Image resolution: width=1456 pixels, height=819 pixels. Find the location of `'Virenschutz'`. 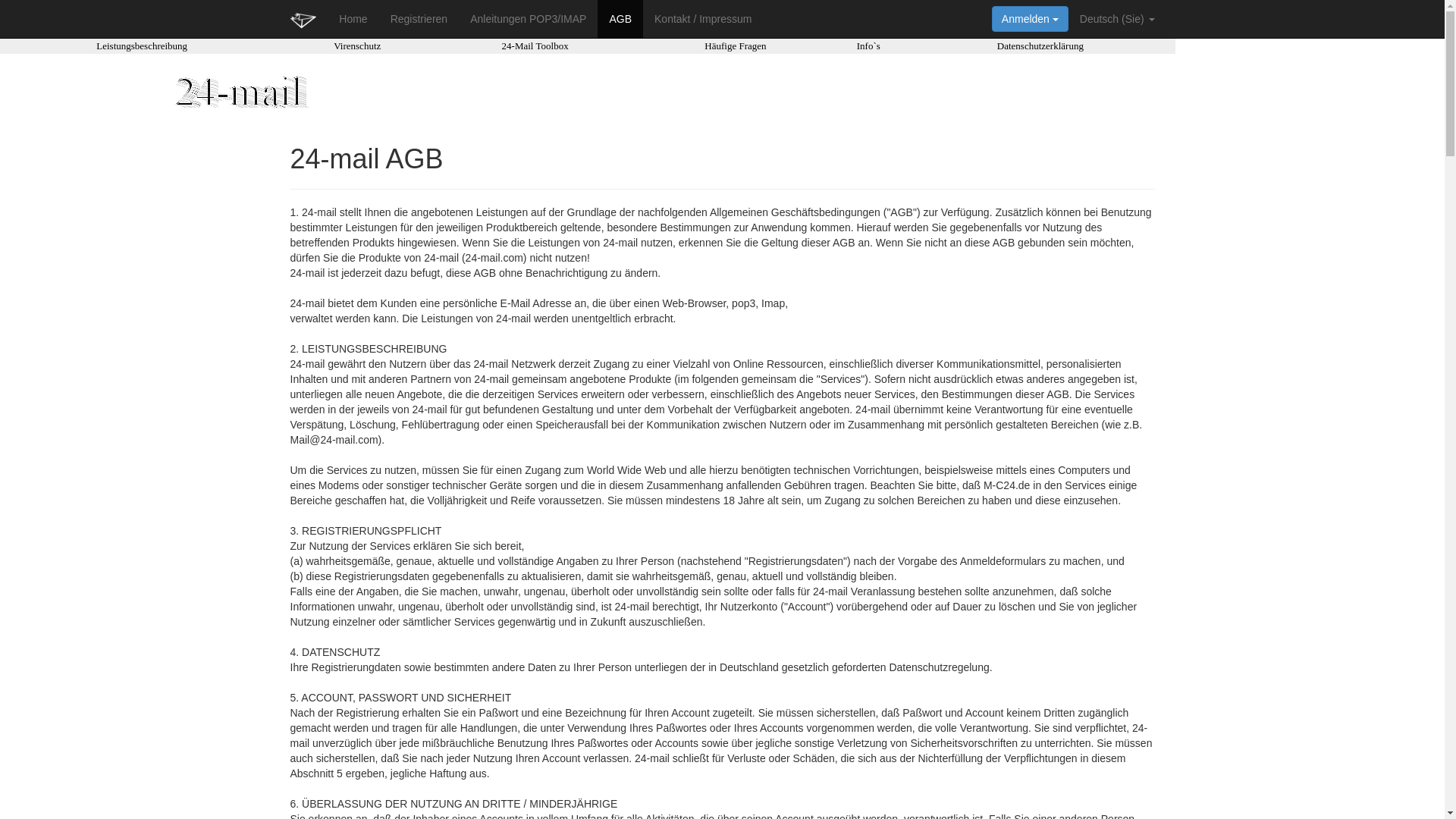

'Virenschutz' is located at coordinates (333, 45).